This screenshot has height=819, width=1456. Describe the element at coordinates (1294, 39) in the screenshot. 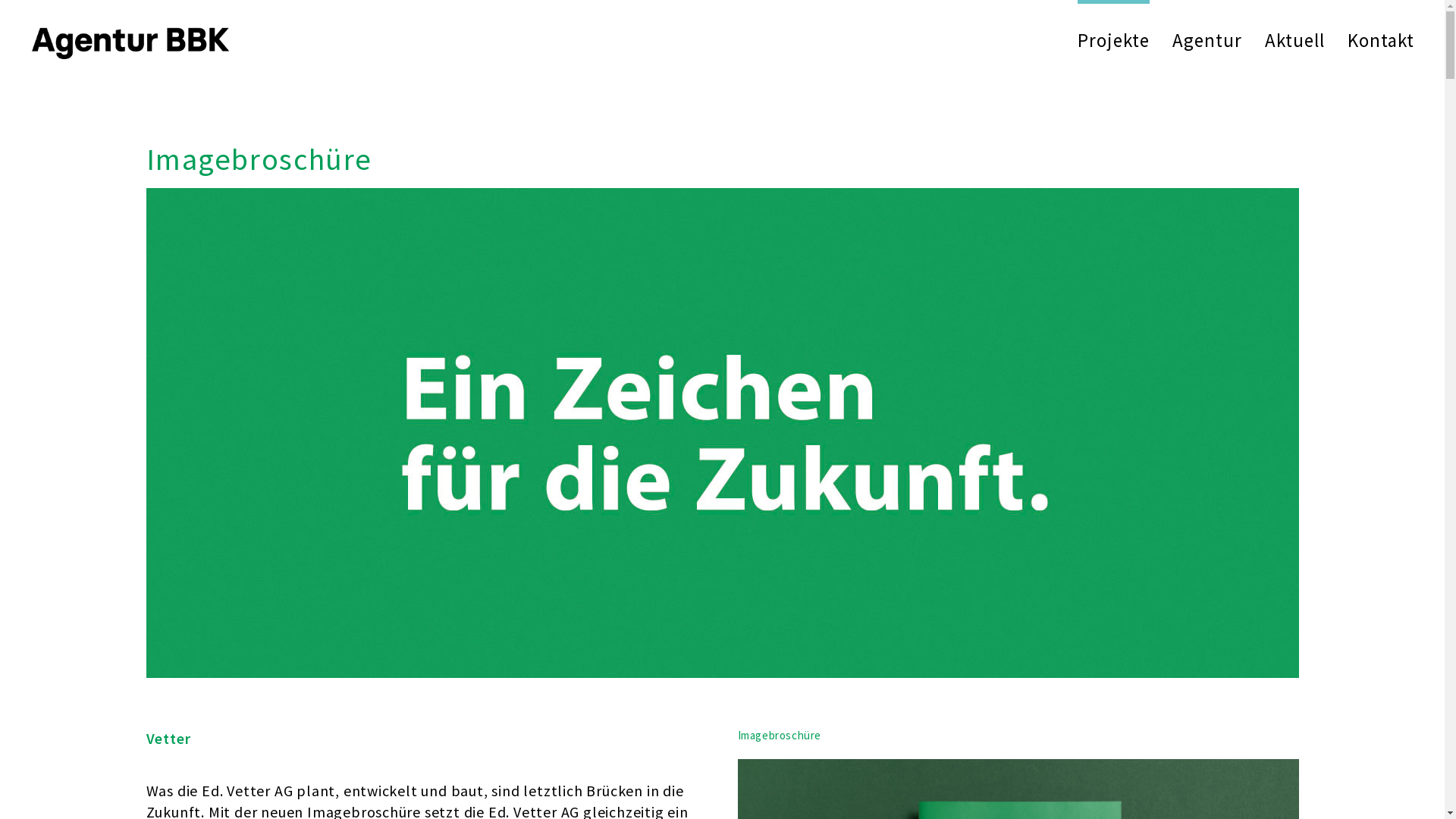

I see `'Aktuell'` at that location.